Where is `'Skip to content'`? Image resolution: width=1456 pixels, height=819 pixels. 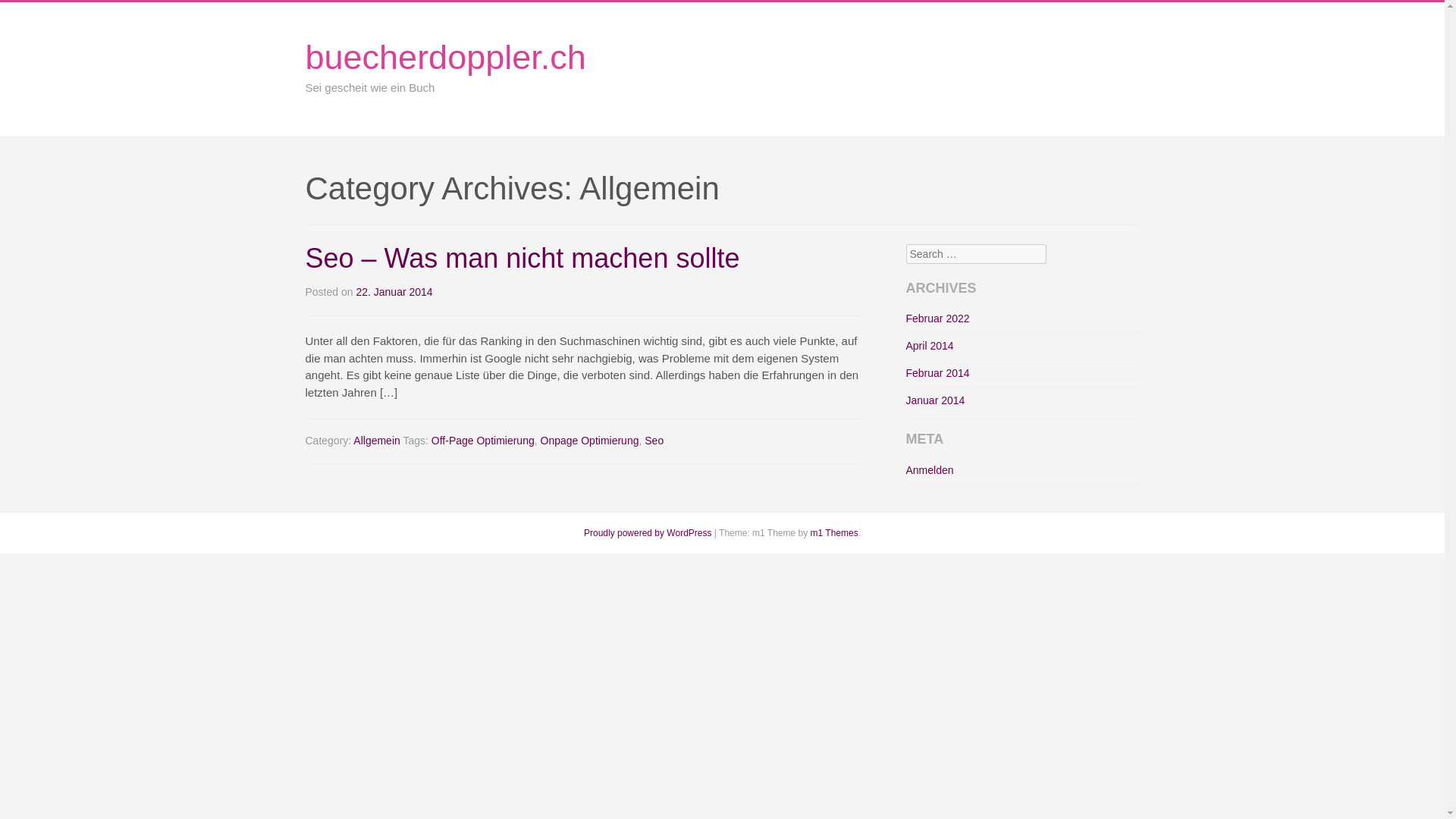 'Skip to content' is located at coordinates (1150, 83).